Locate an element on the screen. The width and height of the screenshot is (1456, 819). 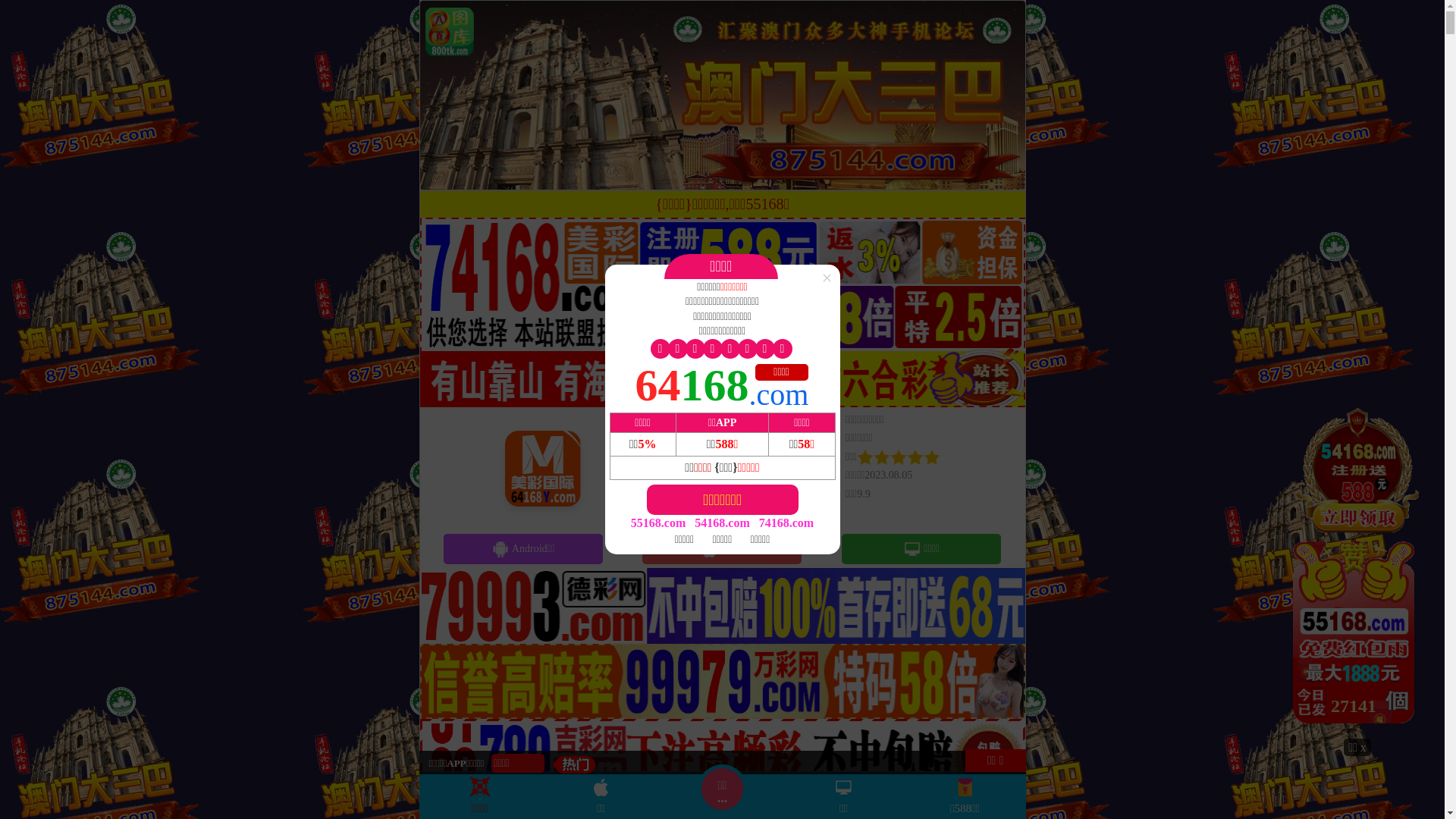
'27292' is located at coordinates (1357, 570).